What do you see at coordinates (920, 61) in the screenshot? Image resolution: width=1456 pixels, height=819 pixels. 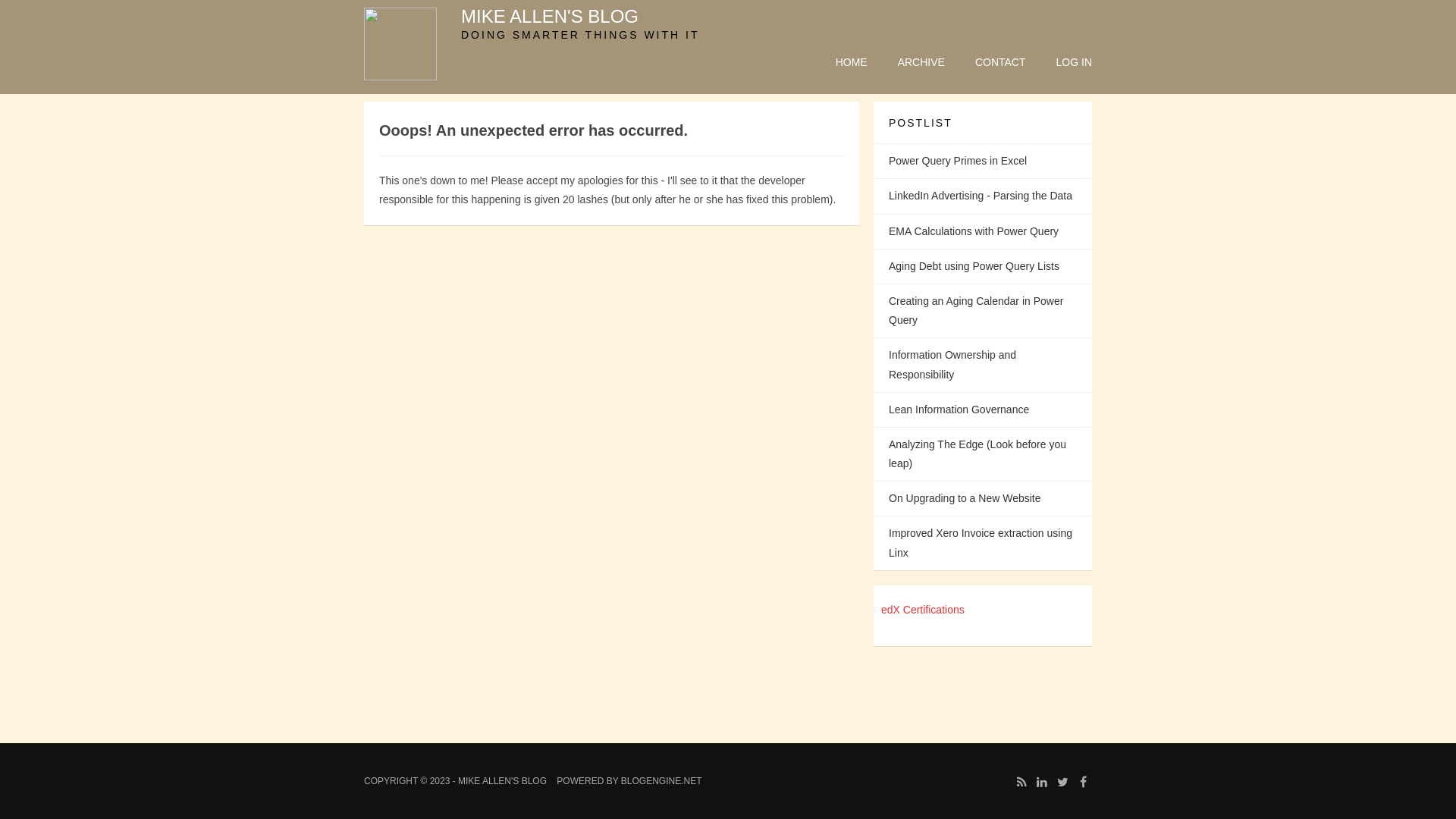 I see `'ARCHIVE'` at bounding box center [920, 61].